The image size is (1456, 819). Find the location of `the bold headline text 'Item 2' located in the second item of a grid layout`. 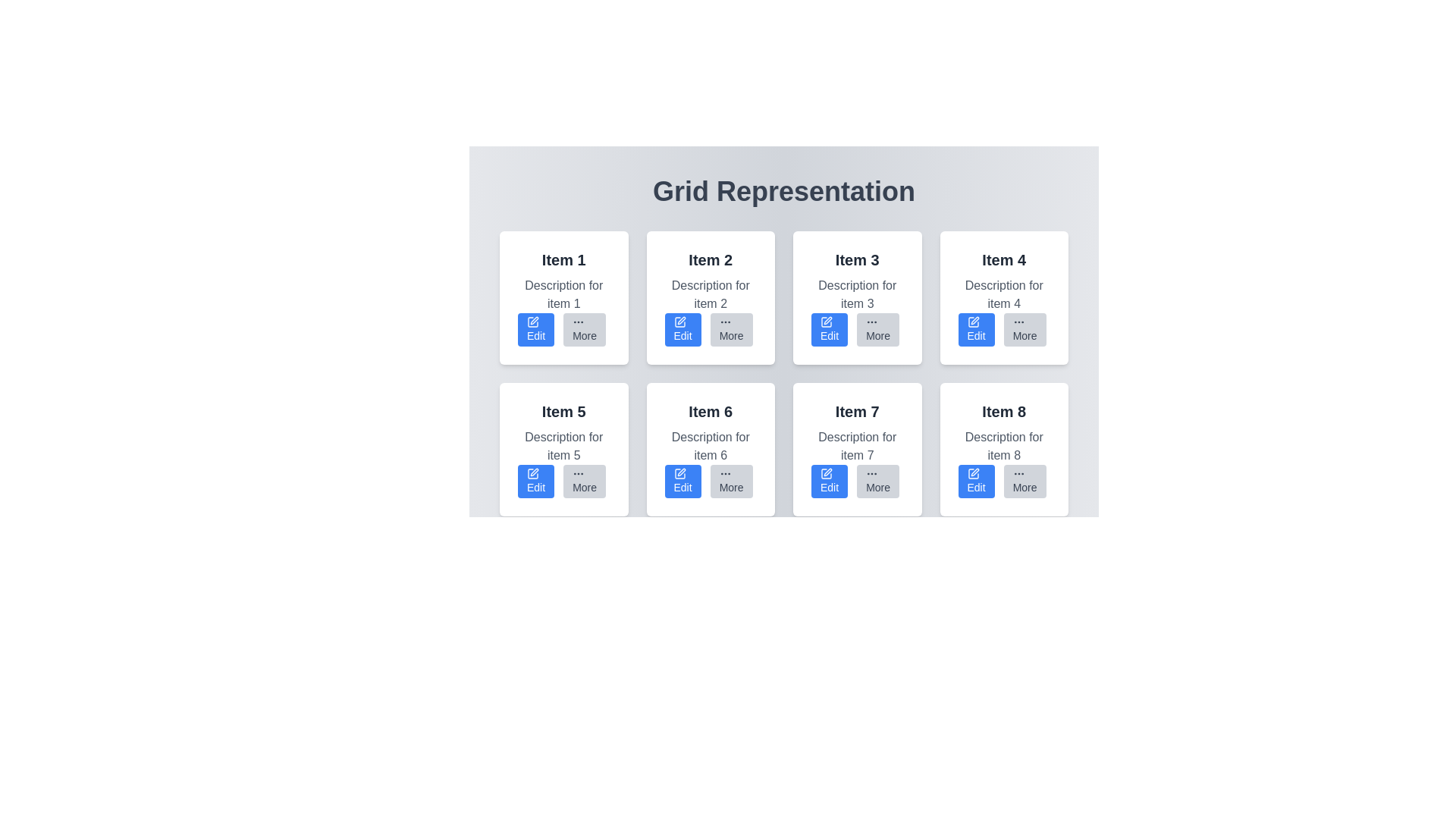

the bold headline text 'Item 2' located in the second item of a grid layout is located at coordinates (710, 259).